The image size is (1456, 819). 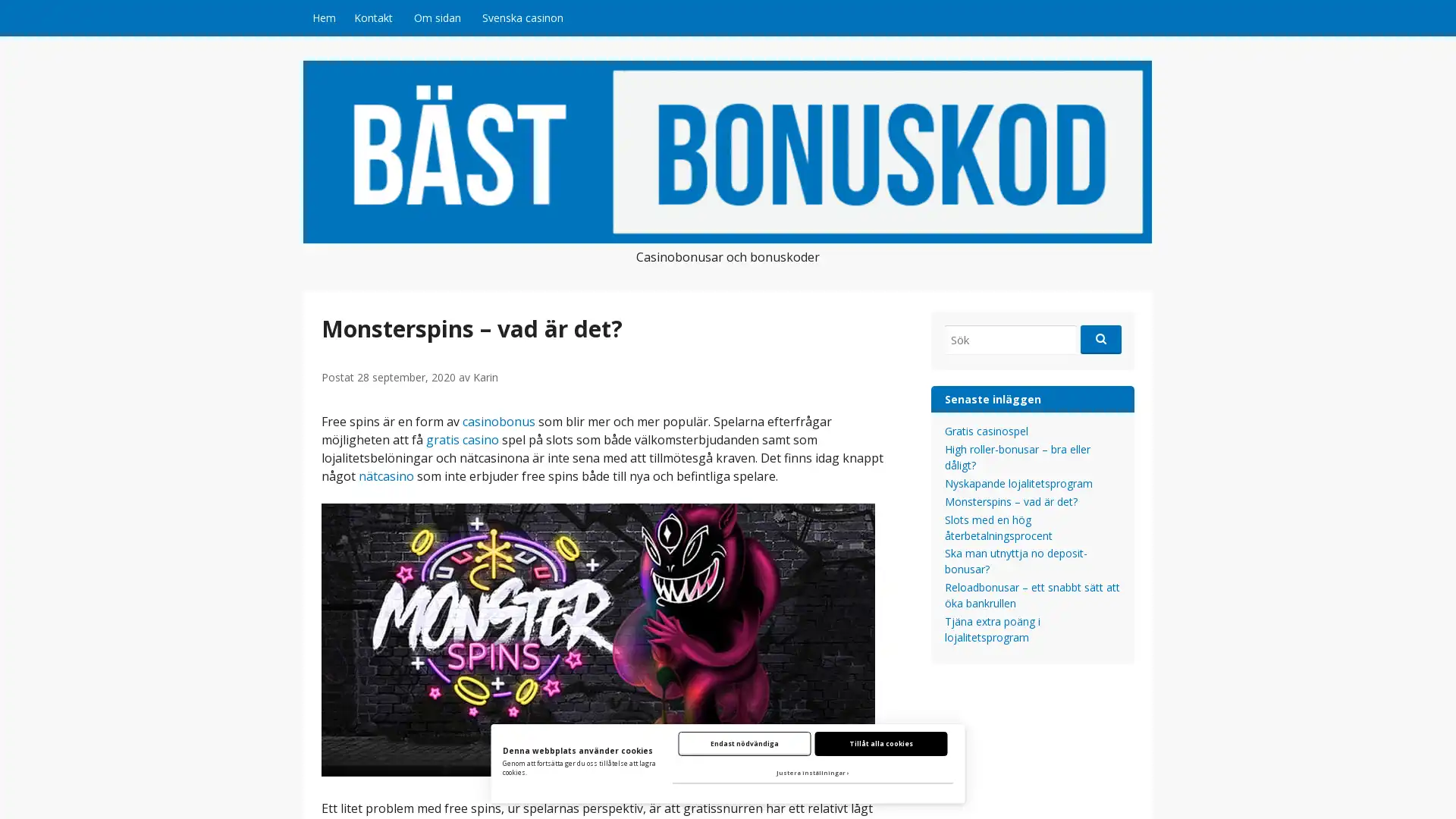 I want to click on Endast nodvandiga, so click(x=744, y=742).